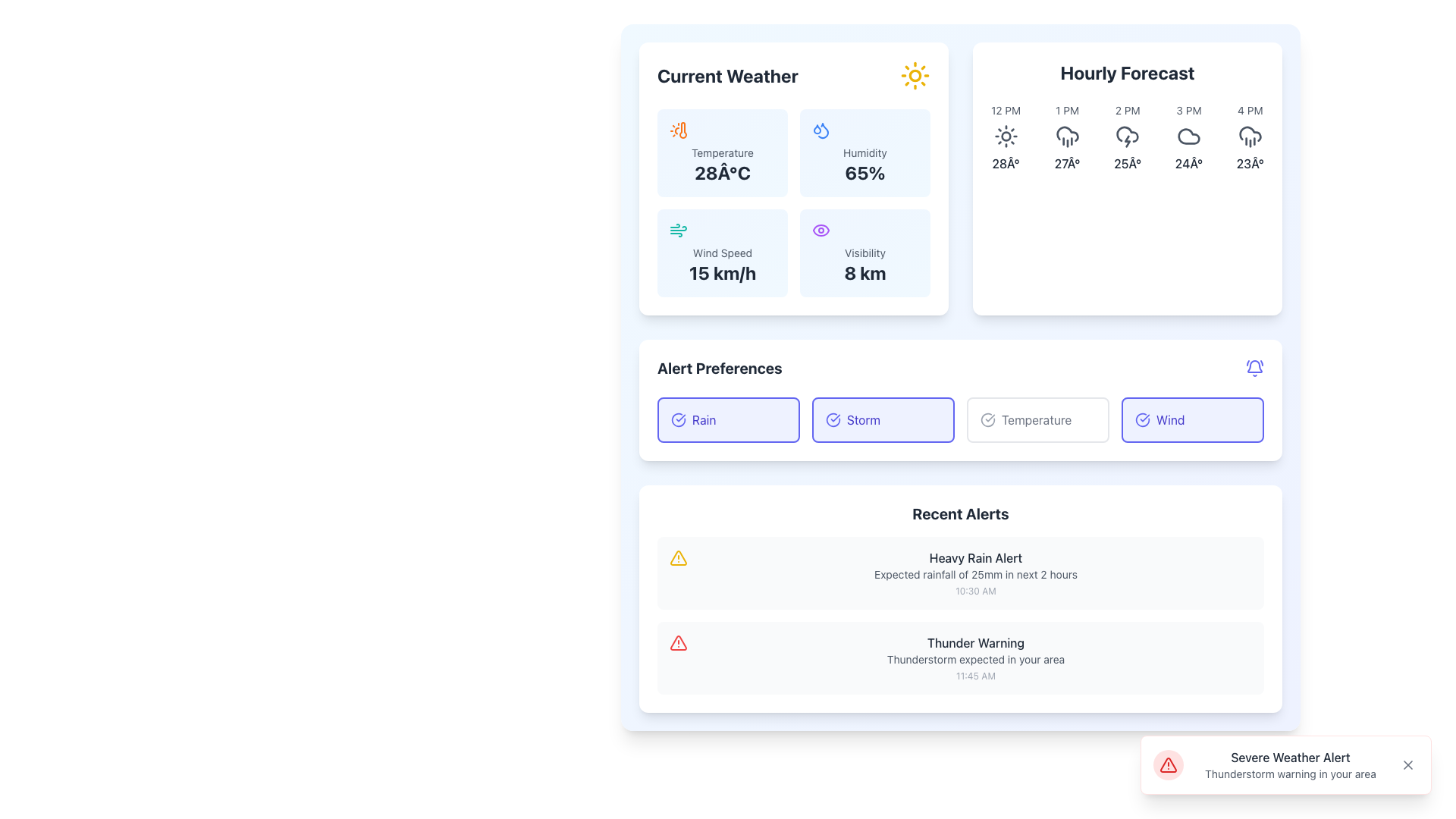 This screenshot has width=1456, height=819. I want to click on the Informational weather block displaying '4 PM' with the cloudy icon and '23°' text, which is the fifth element in the 'Hourly Forecast' section, so click(1250, 137).